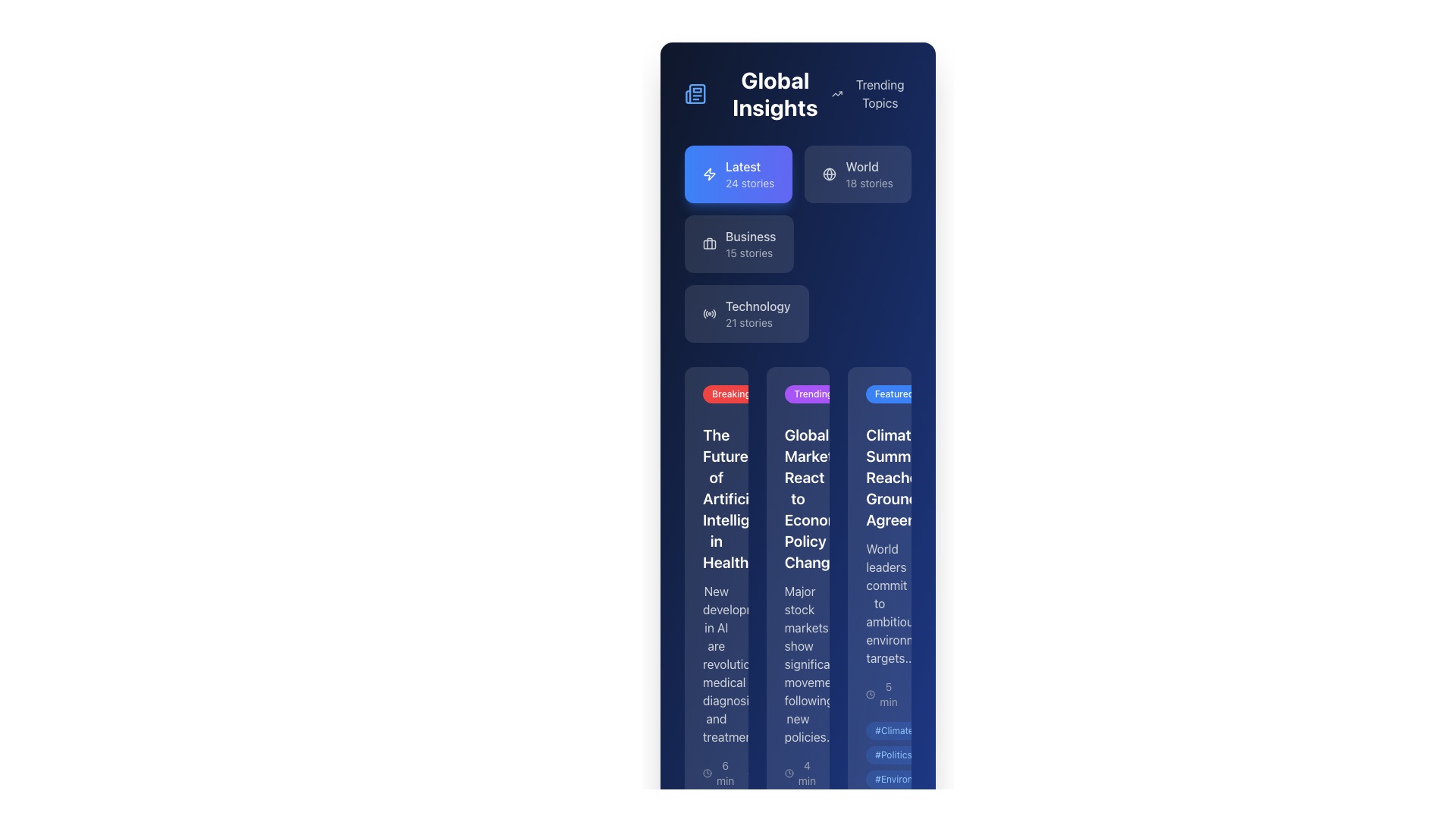 Image resolution: width=1456 pixels, height=819 pixels. I want to click on displayed reading time text '5 min' located at the bottom of the third news card in the footer area, which includes a clock icon, so click(932, 694).